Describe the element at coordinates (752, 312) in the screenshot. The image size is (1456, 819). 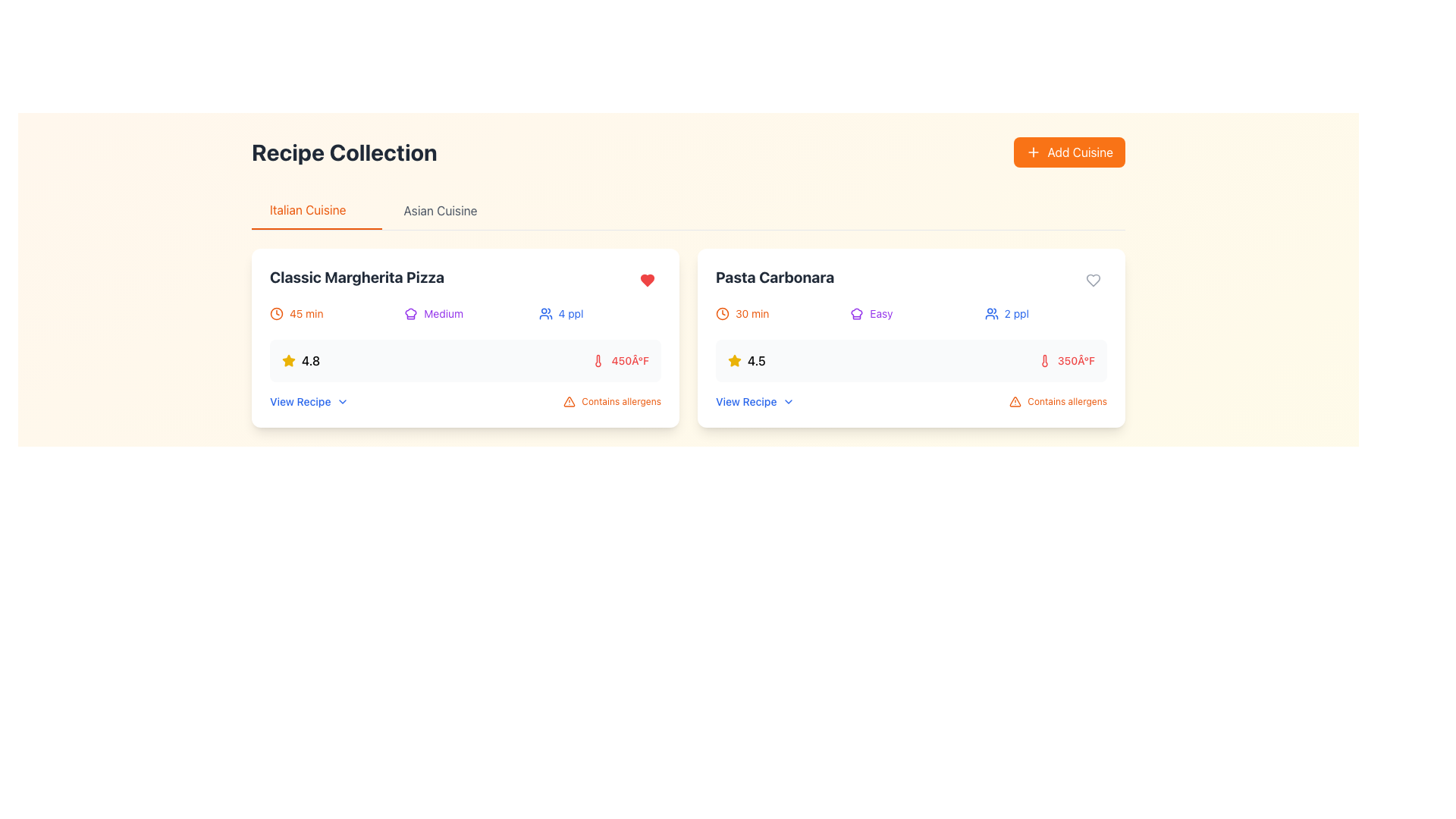
I see `the text label displaying '30 min' in orange text, which is located to the right of a clock icon in the second recipe card titled 'Pasta Carbonara'` at that location.